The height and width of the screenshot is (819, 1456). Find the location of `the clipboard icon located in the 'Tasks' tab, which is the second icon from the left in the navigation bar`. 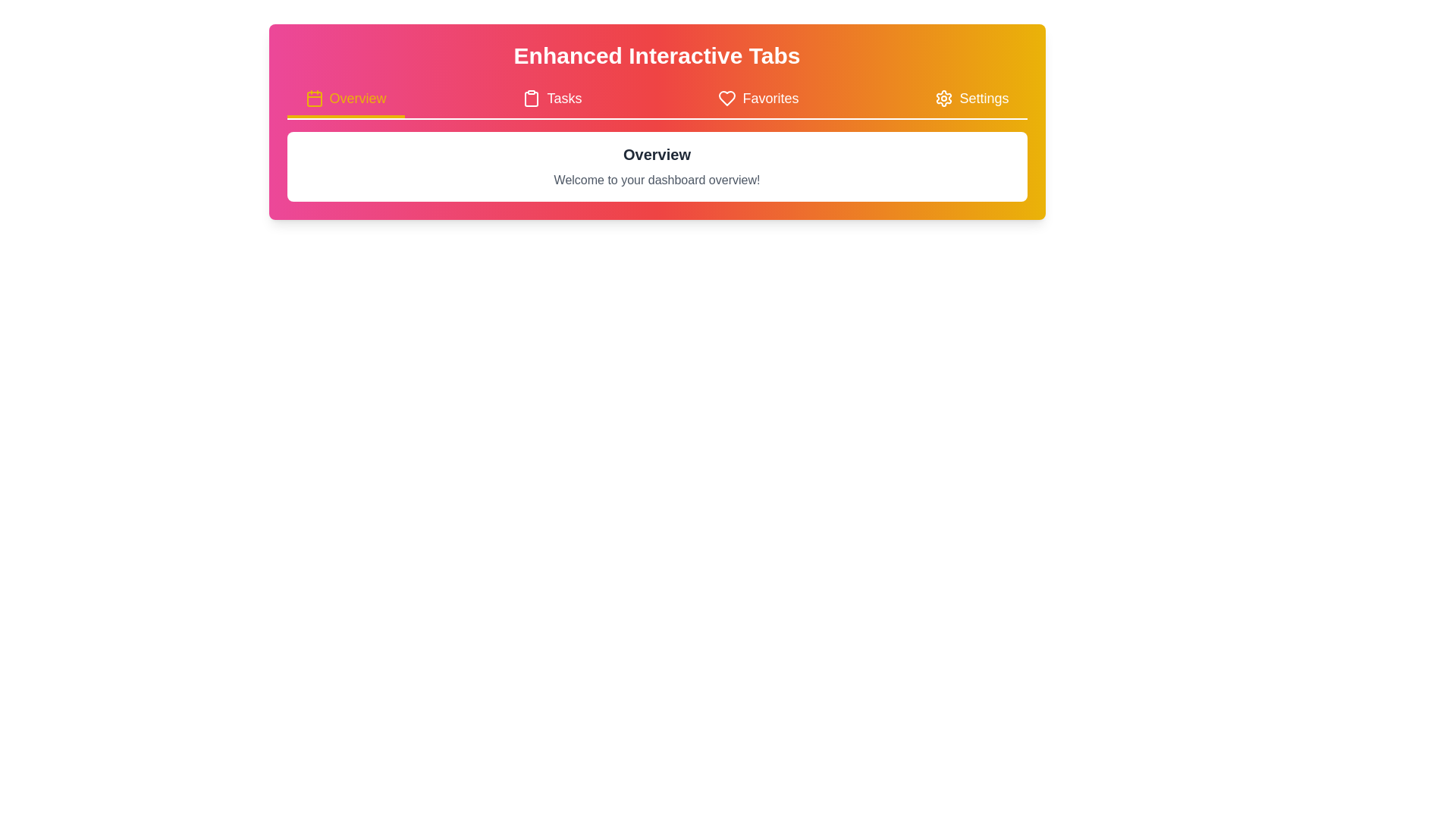

the clipboard icon located in the 'Tasks' tab, which is the second icon from the left in the navigation bar is located at coordinates (532, 99).